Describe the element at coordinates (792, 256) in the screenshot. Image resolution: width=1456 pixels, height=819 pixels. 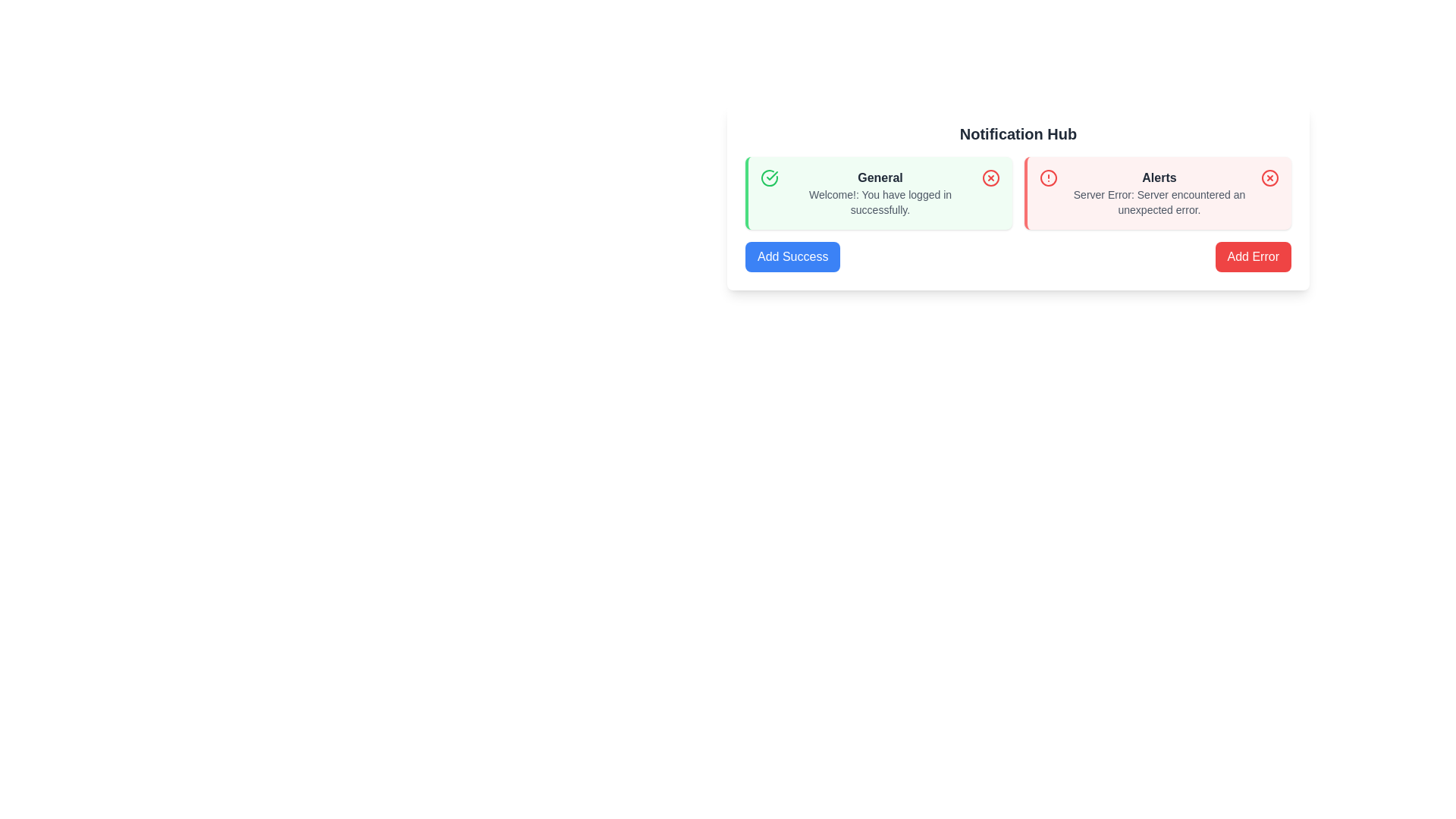
I see `the blue button labeled 'Add Success' located at the bottom-left corner of the 'Notification Hub' section` at that location.